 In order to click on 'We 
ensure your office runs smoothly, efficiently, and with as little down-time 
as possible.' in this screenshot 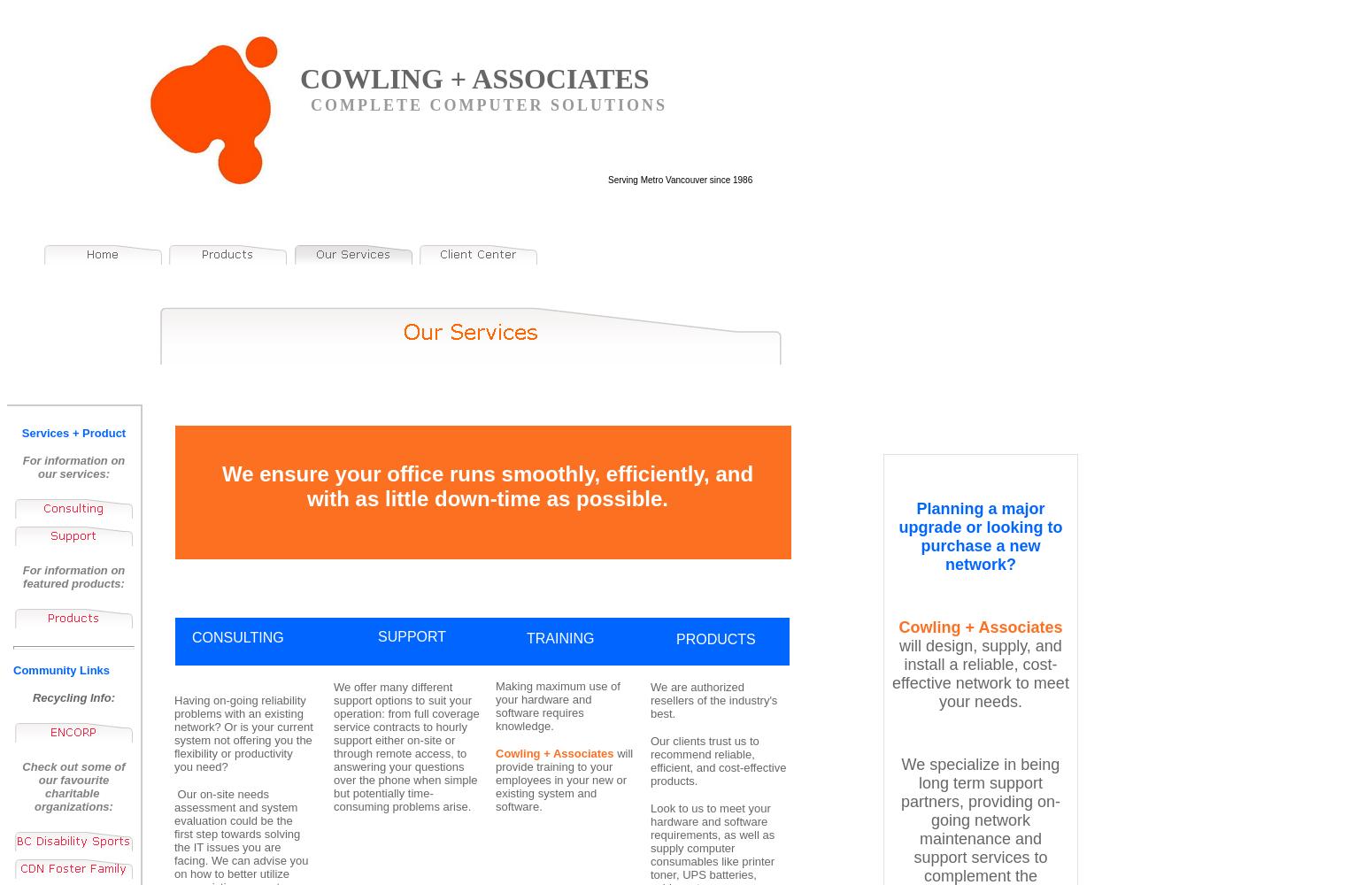, I will do `click(487, 486)`.